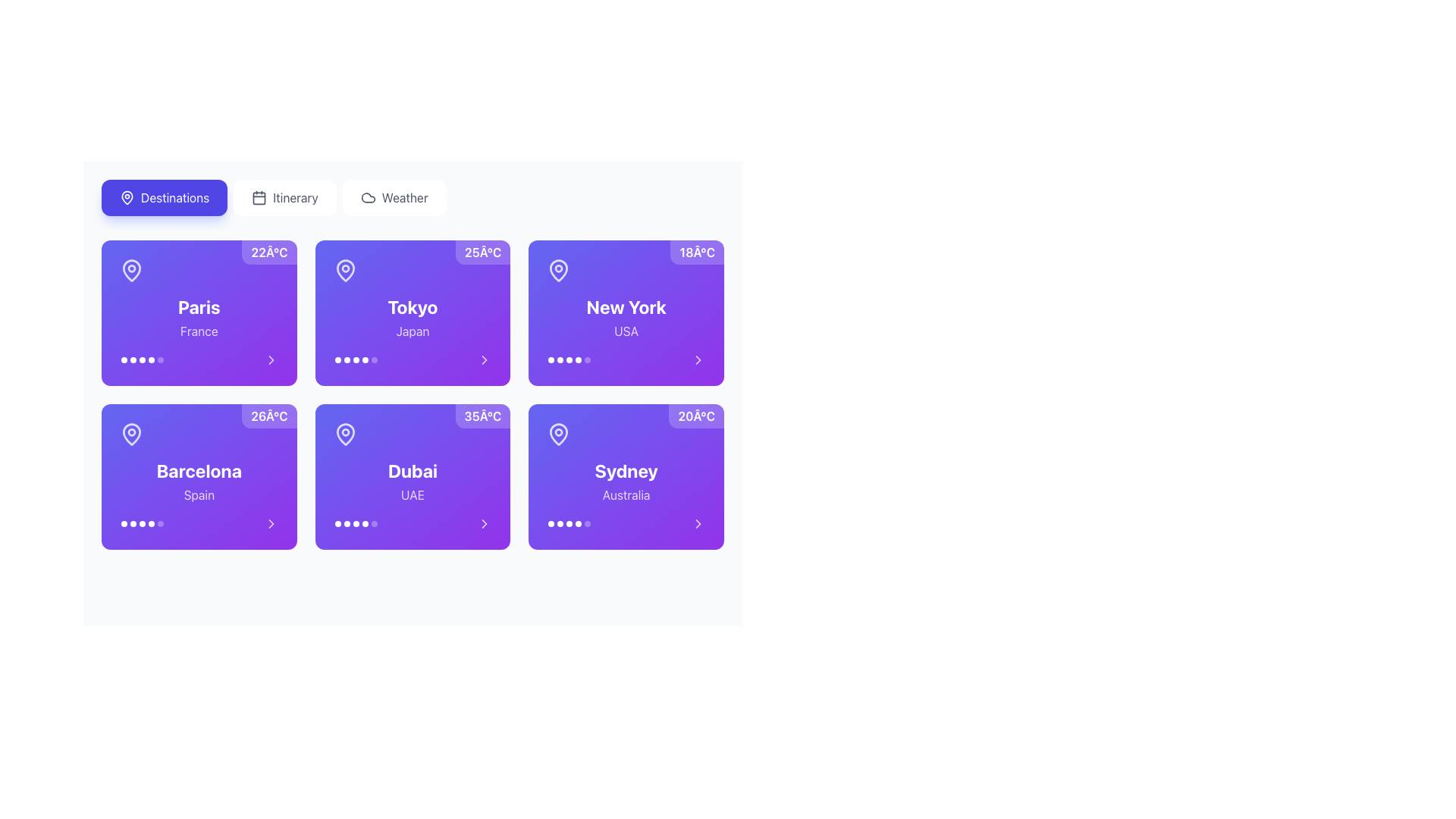  Describe the element at coordinates (482, 416) in the screenshot. I see `the temperature label located in the top-right corner of the card for 'Dubai, UAE' on the second row, fourth column of the grid layout` at that location.